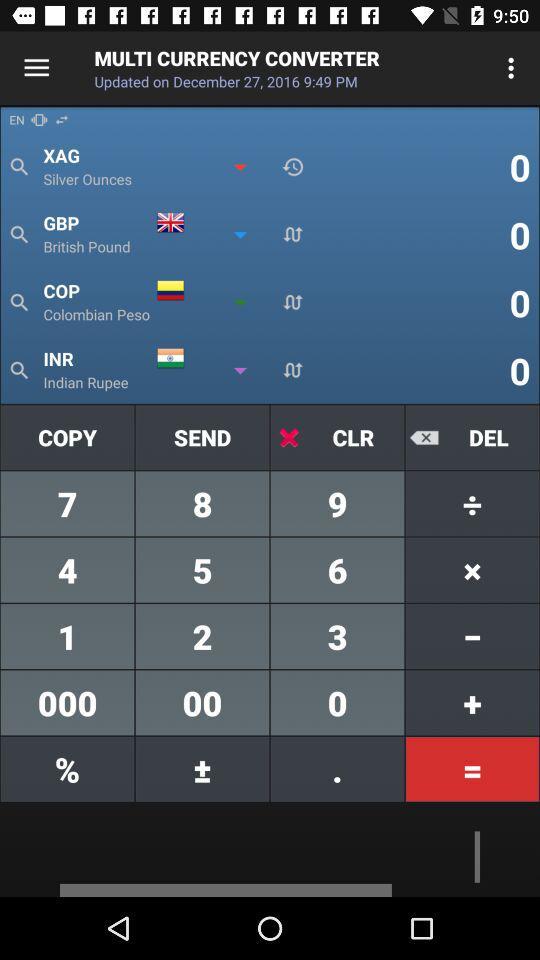  I want to click on the search icon, so click(18, 302).